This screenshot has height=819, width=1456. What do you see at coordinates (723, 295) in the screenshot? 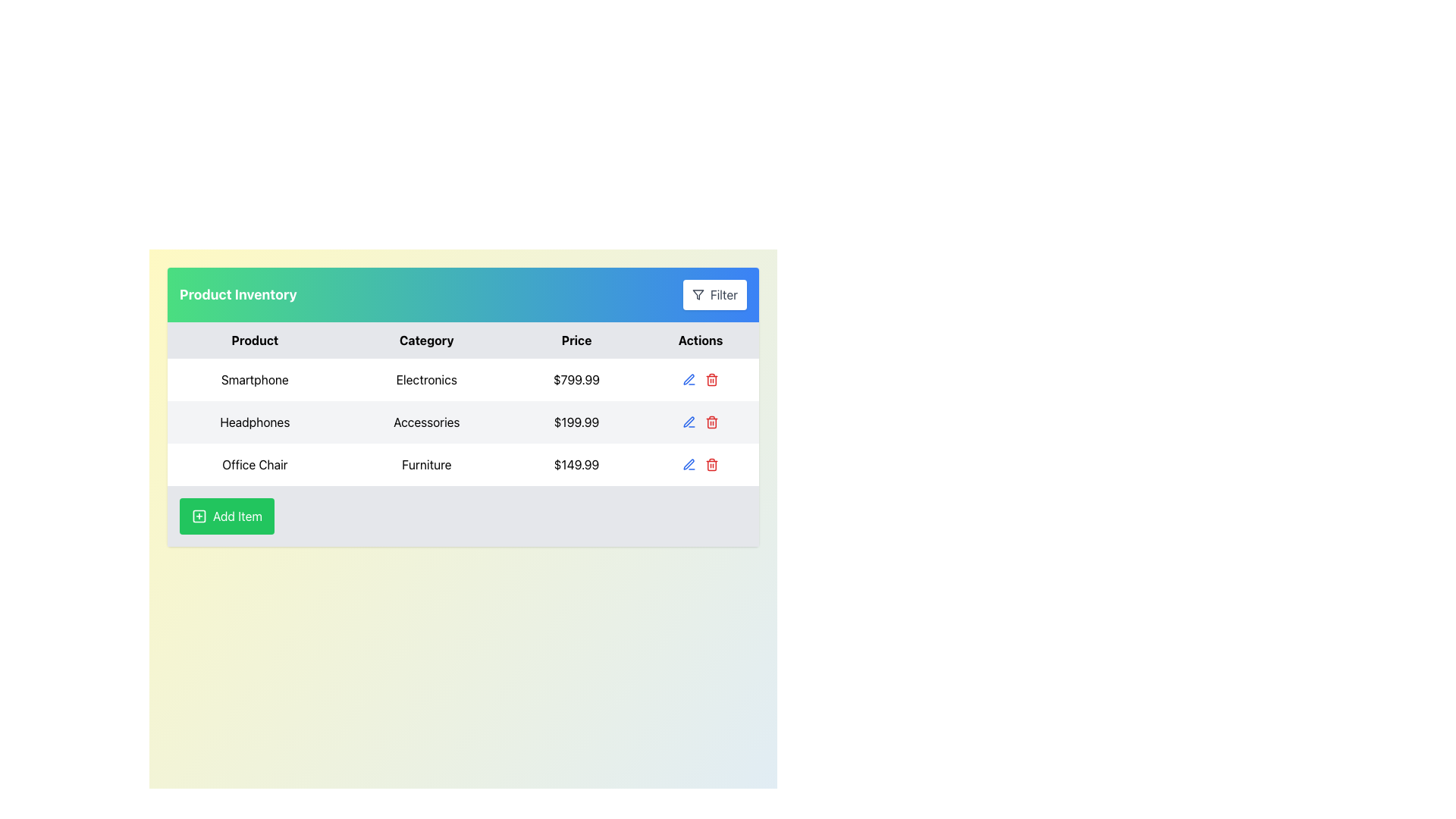
I see `the text label that accompanies the filter icon, located in the top-right section of the interface, above the 'Actions' column of the table` at bounding box center [723, 295].